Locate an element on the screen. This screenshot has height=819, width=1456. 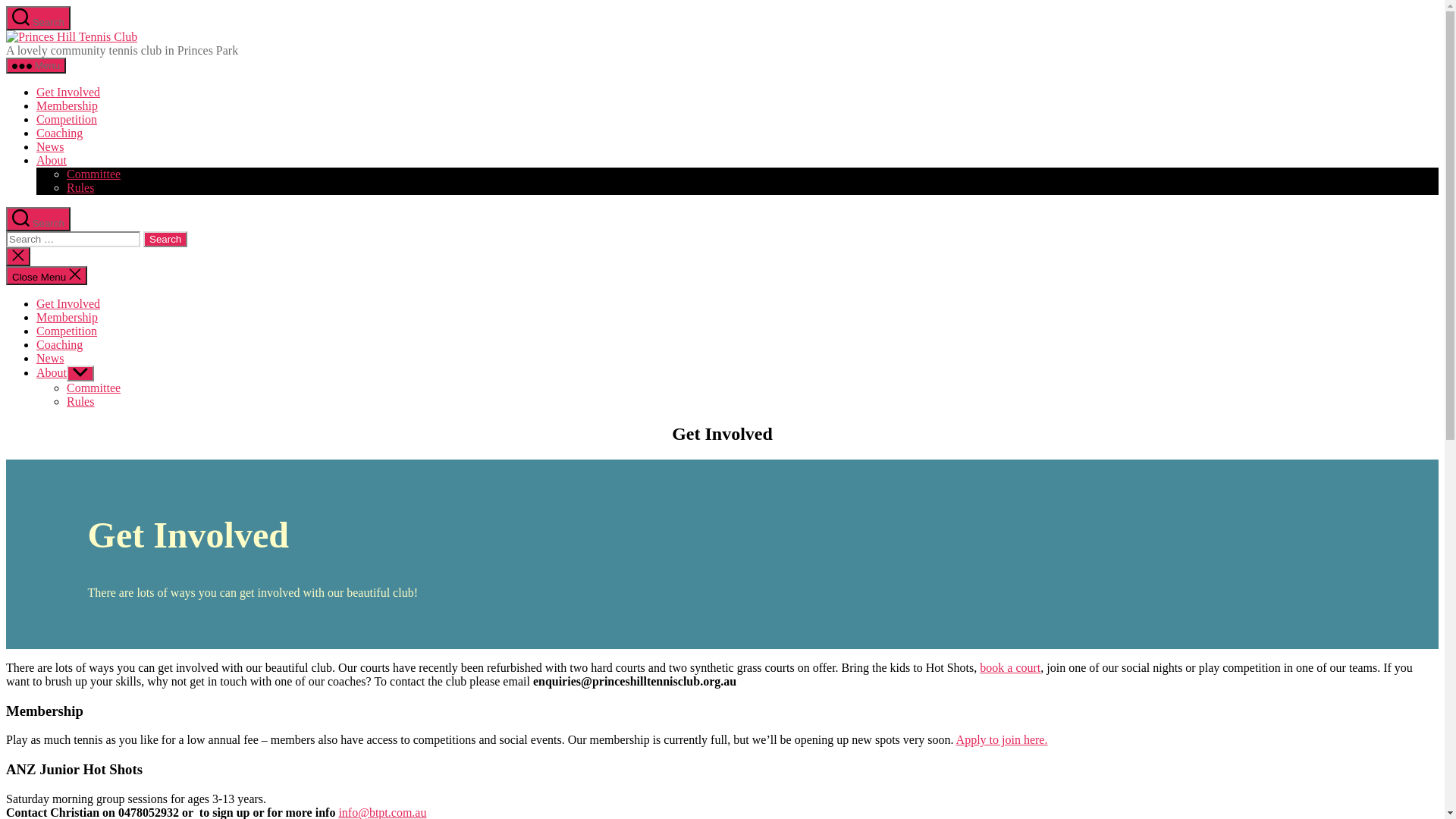
'Search' is located at coordinates (165, 239).